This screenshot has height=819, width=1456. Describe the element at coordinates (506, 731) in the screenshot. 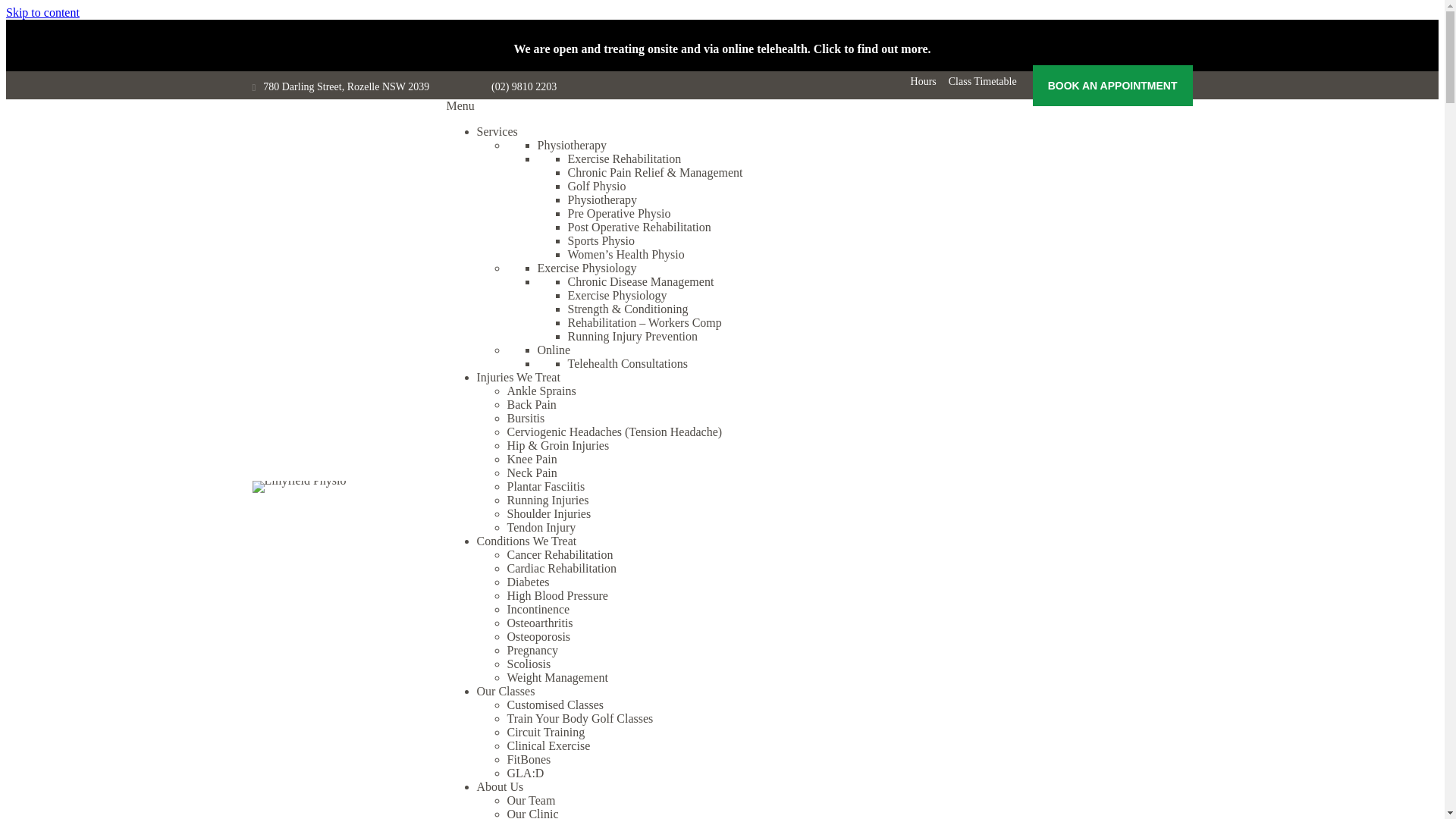

I see `'Circuit Training'` at that location.